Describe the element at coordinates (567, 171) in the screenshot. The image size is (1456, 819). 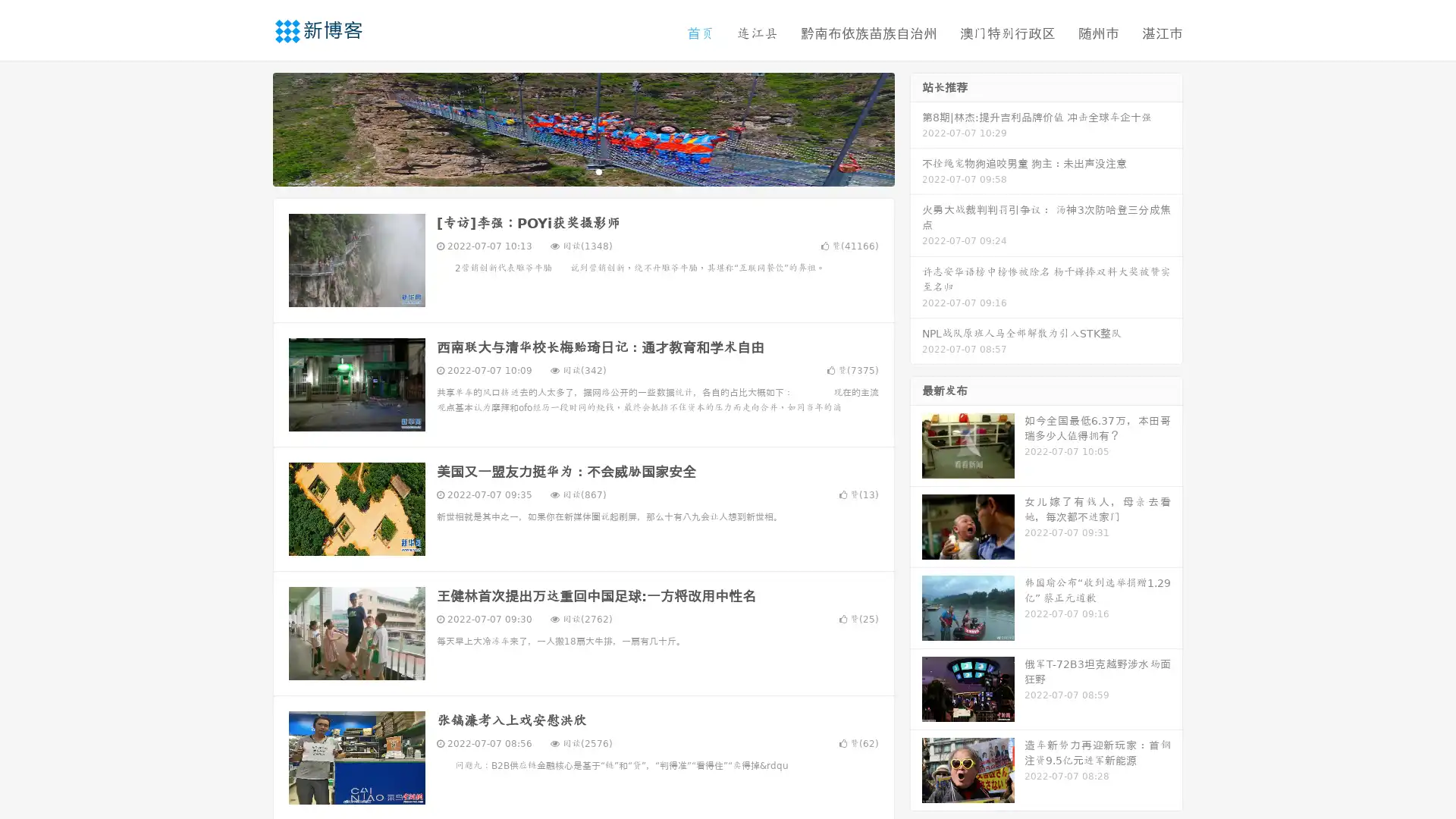
I see `Go to slide 1` at that location.